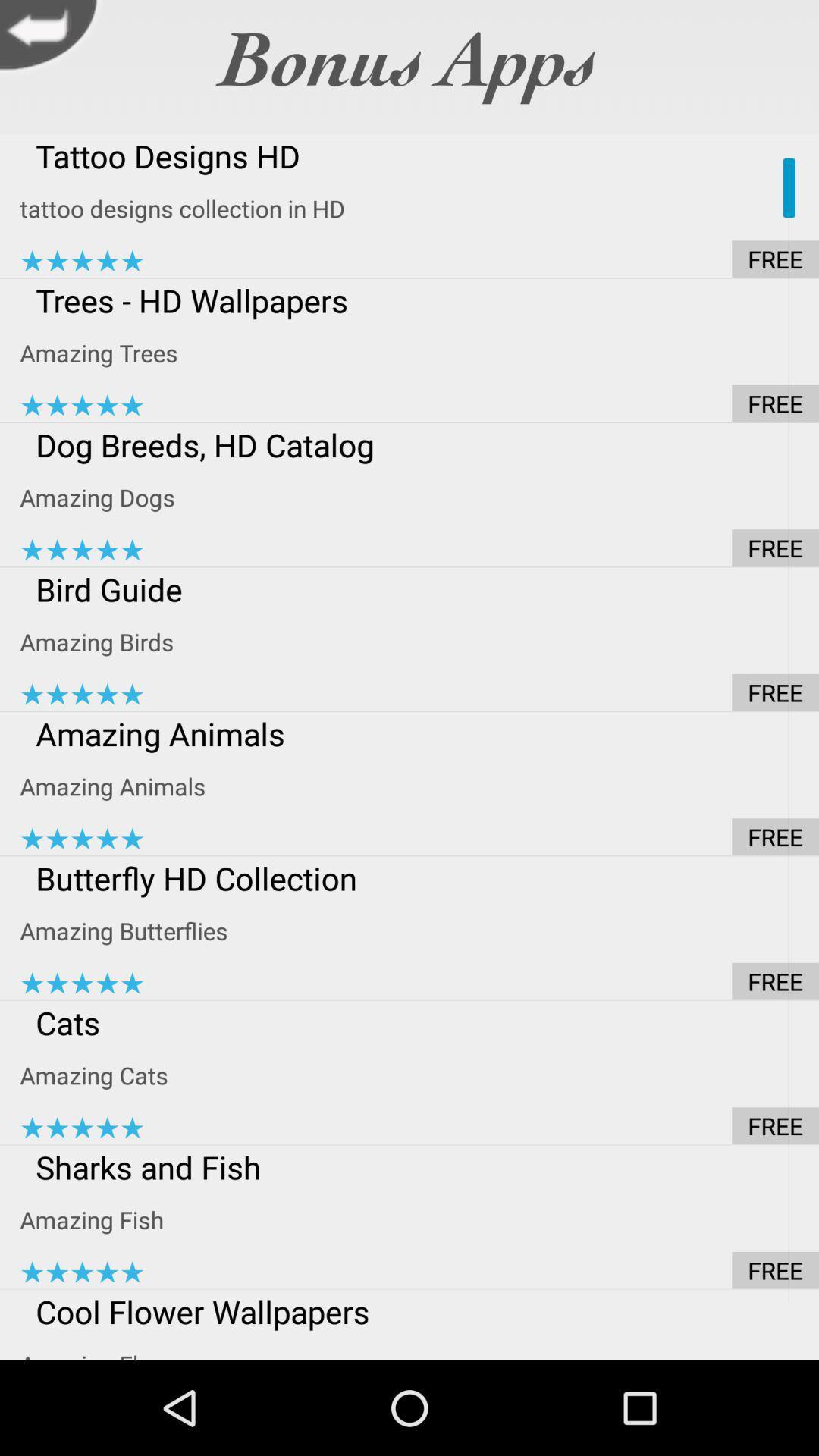 The height and width of the screenshot is (1456, 819). What do you see at coordinates (52, 39) in the screenshot?
I see `go back` at bounding box center [52, 39].